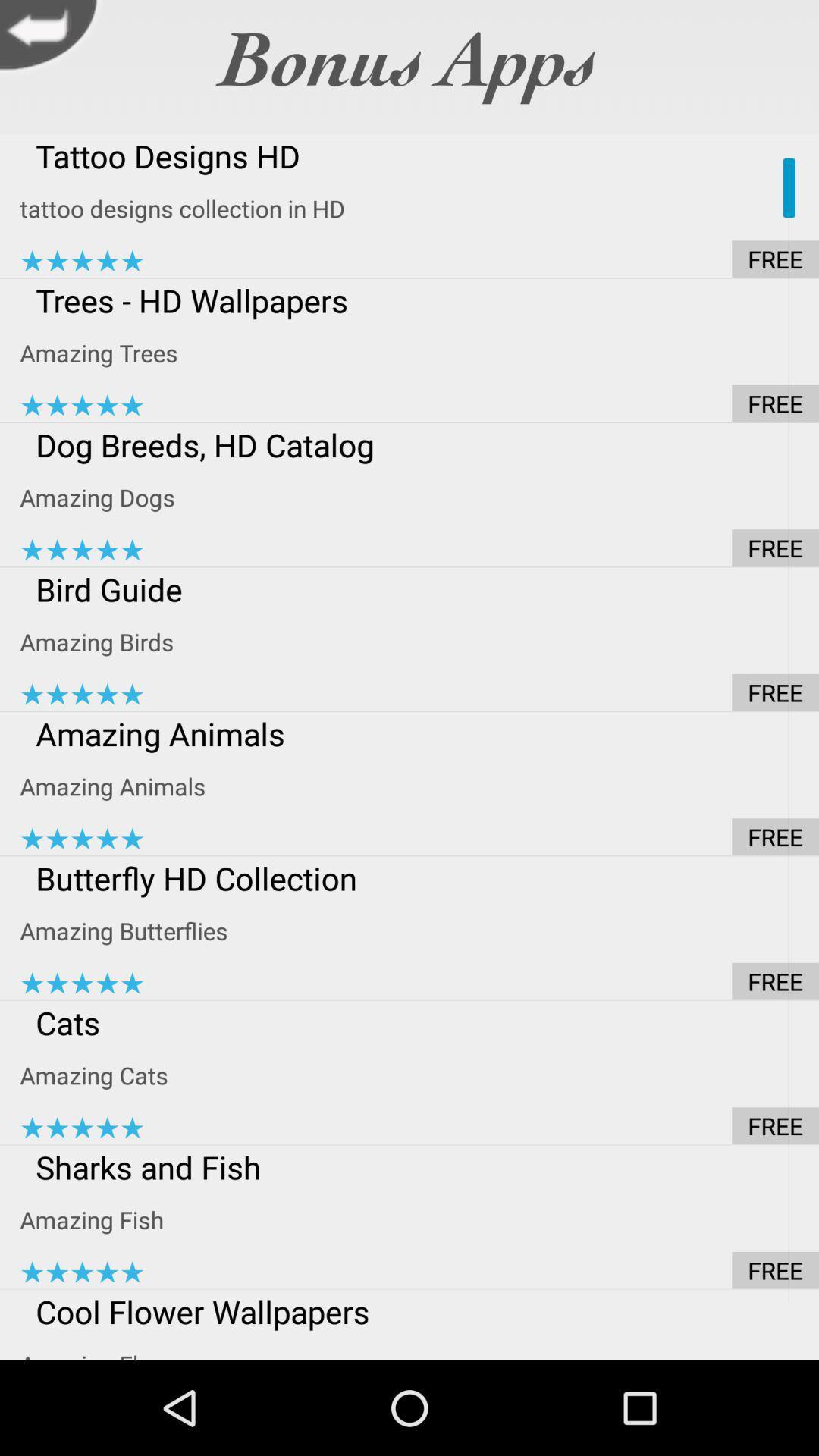 The height and width of the screenshot is (1456, 819). What do you see at coordinates (52, 39) in the screenshot?
I see `go back` at bounding box center [52, 39].